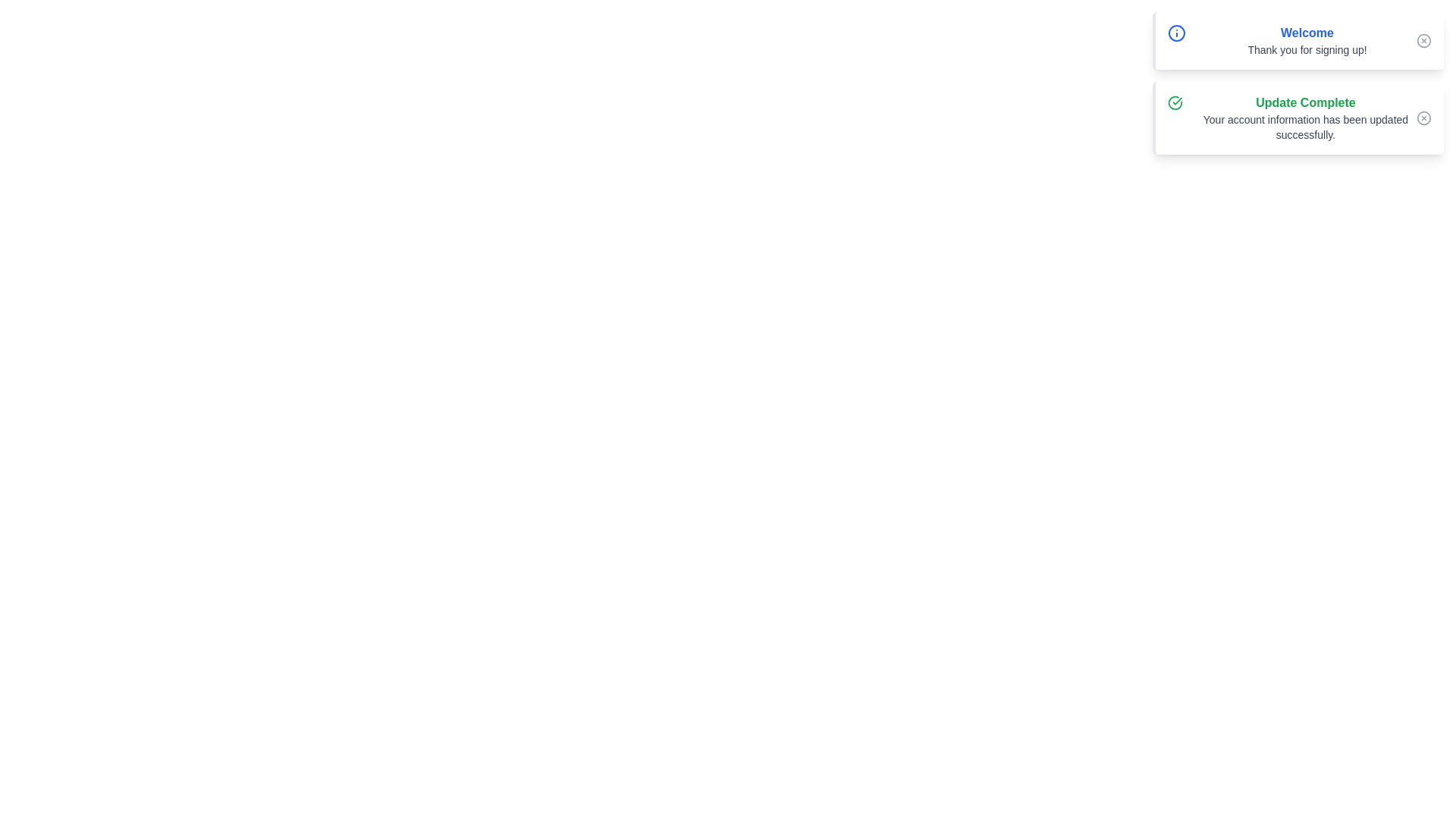 The image size is (1456, 819). Describe the element at coordinates (1423, 40) in the screenshot. I see `the close button in the top-right corner of the 'Welcome' notification box` at that location.